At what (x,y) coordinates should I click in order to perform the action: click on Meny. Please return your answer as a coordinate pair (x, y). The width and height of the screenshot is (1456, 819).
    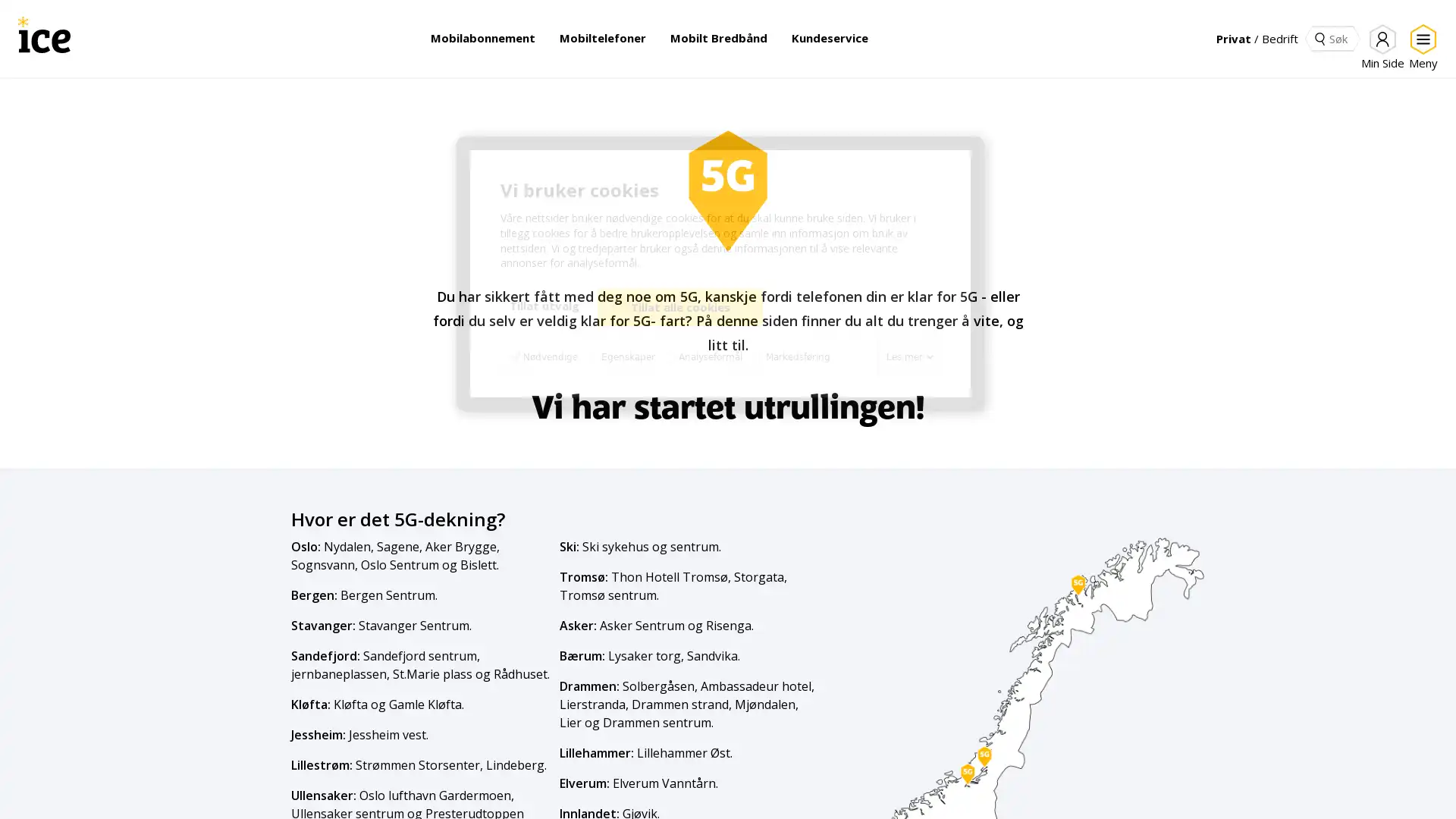
    Looking at the image, I should click on (1420, 46).